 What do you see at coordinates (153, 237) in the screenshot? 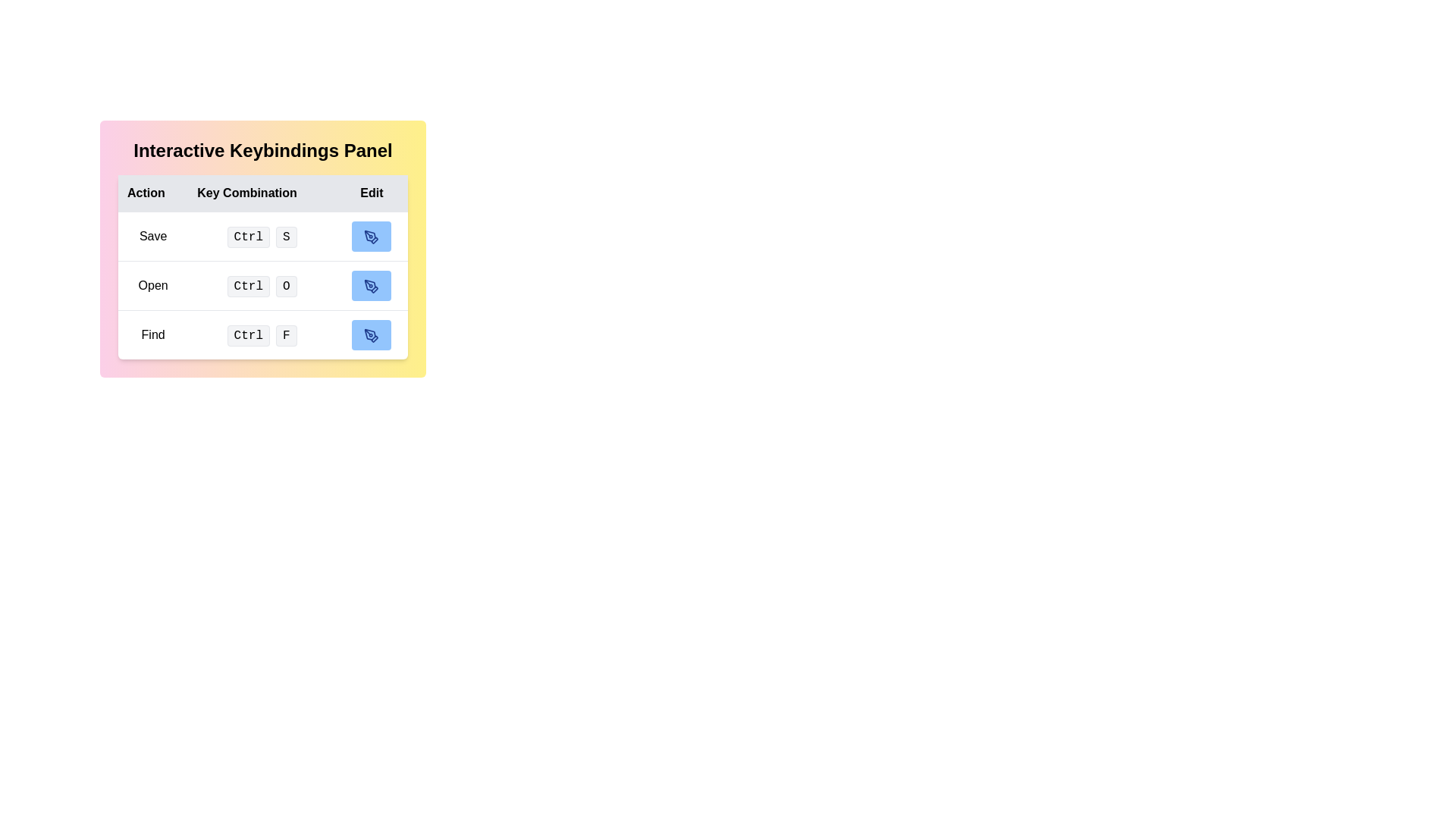
I see `the 'Save' keybinding text label in the interactive keybinding panel, located in the leftmost column of the row labeled 'Action'` at bounding box center [153, 237].